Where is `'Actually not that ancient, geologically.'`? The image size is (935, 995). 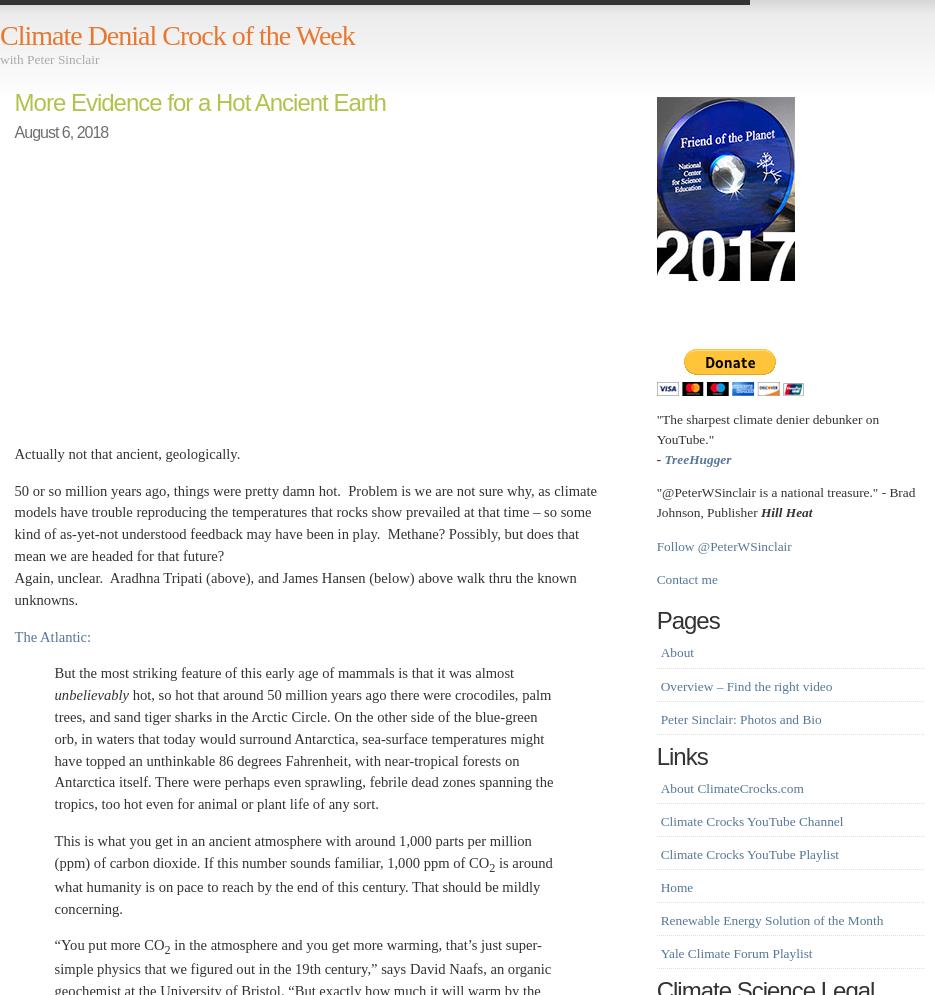
'Actually not that ancient, geologically.' is located at coordinates (125, 453).